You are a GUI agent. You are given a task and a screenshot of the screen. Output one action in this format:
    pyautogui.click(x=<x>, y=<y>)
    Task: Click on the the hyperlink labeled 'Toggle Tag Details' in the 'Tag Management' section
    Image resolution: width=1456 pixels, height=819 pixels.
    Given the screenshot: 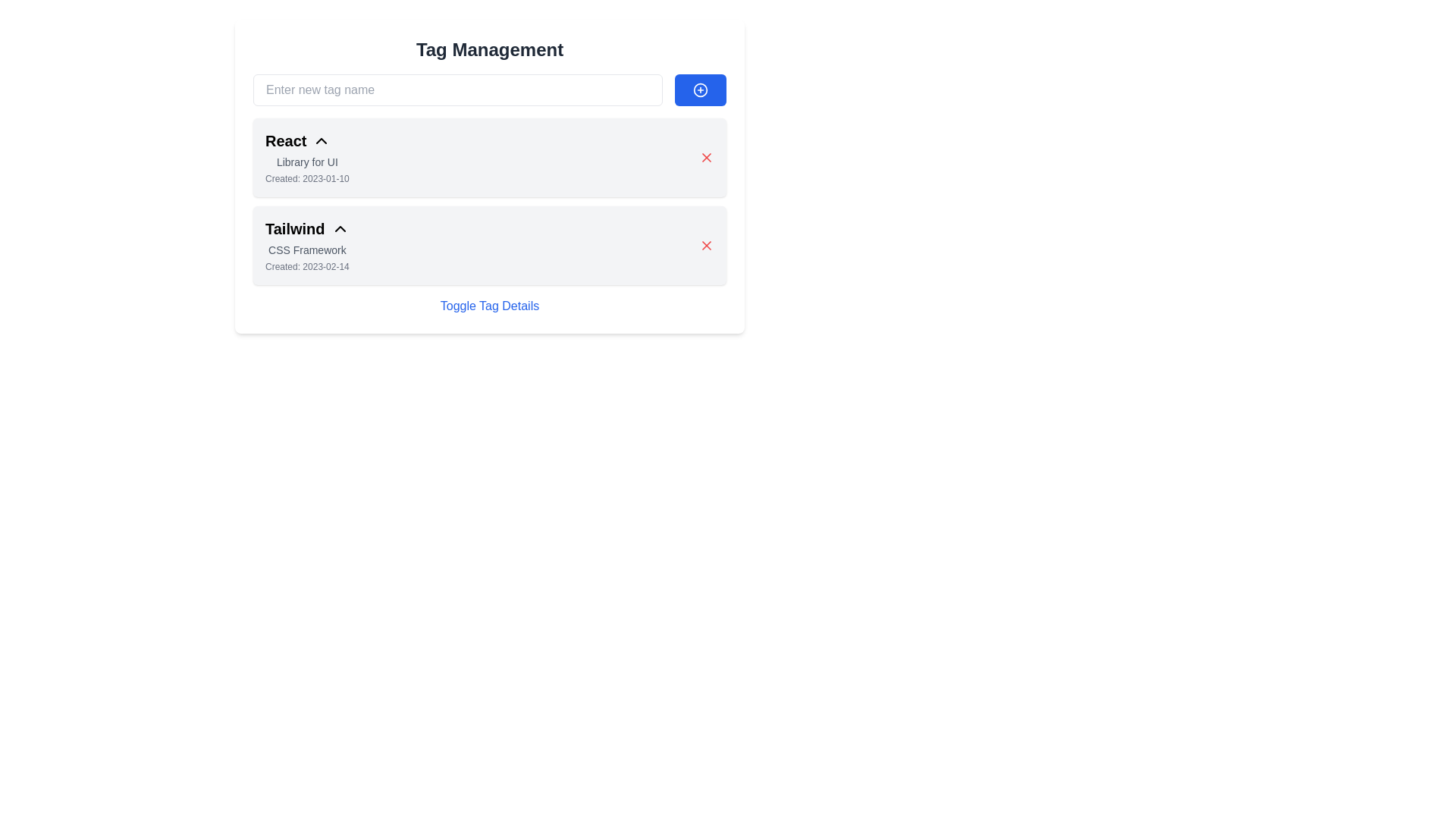 What is the action you would take?
    pyautogui.click(x=490, y=306)
    